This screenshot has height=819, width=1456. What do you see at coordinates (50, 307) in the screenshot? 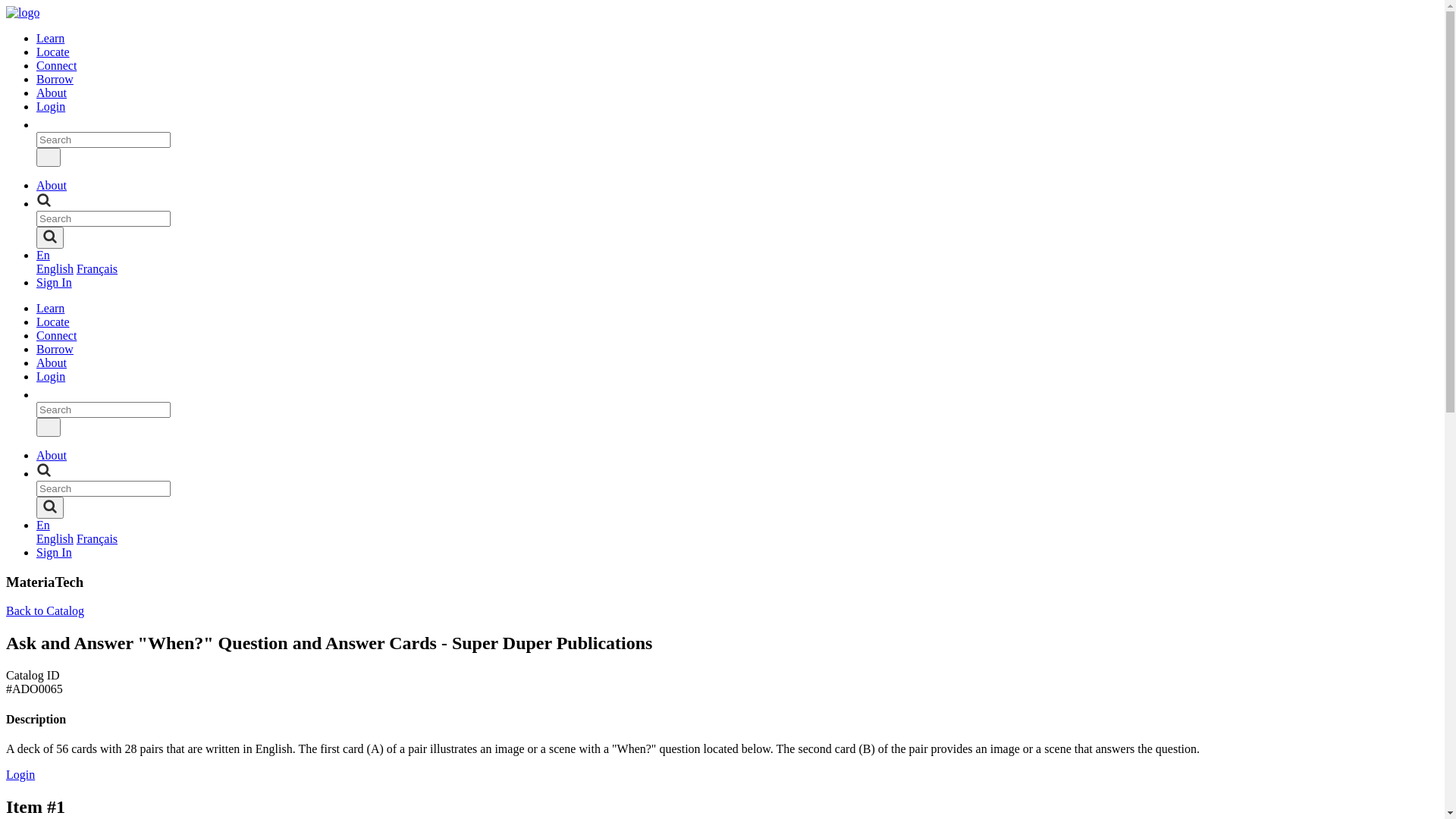
I see `'Learn'` at bounding box center [50, 307].